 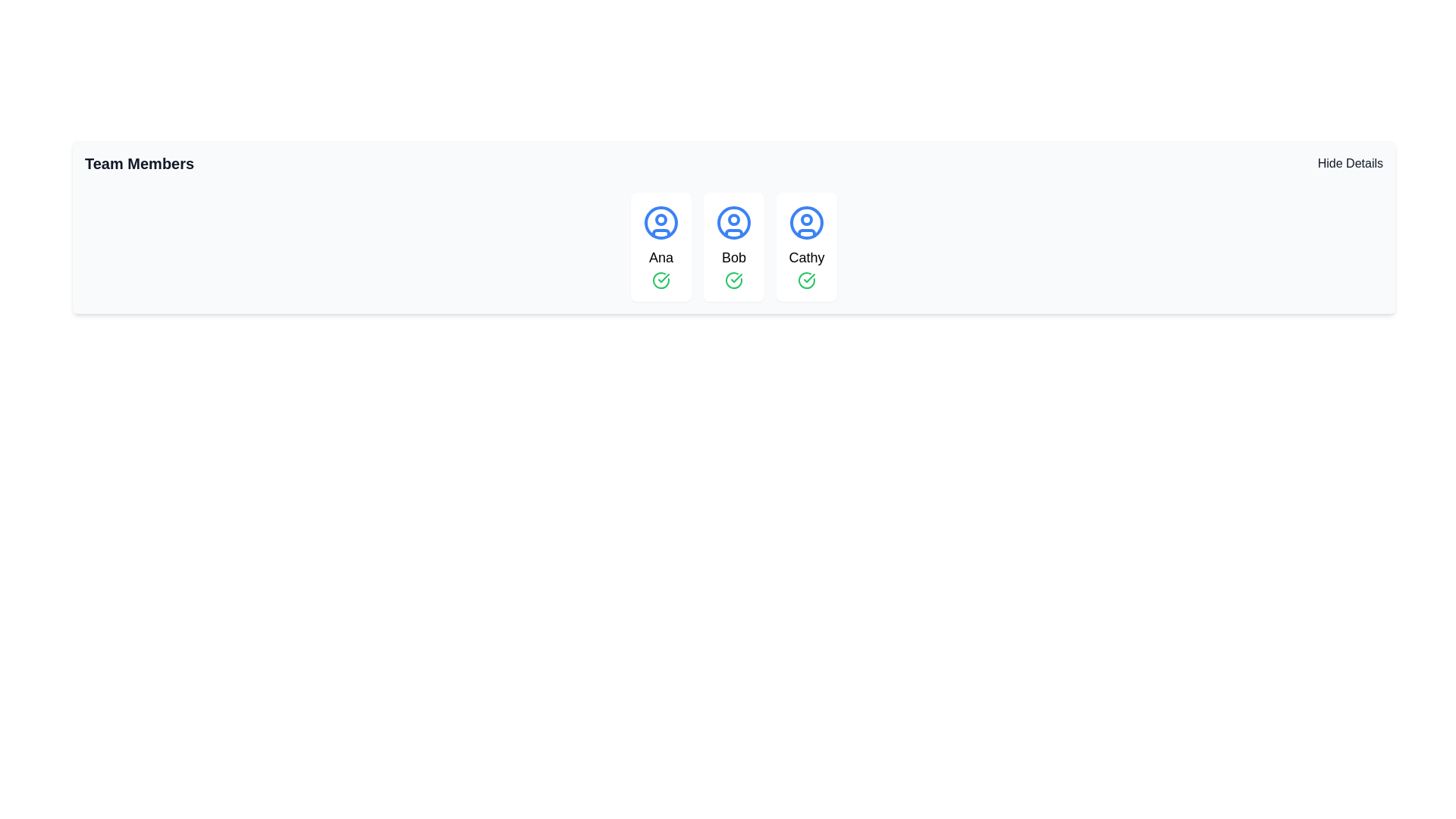 What do you see at coordinates (734, 281) in the screenshot?
I see `the green circular icon with a white checkmark inside, located within the 'Bob' user card, which is the second checkmark icon among three user cards` at bounding box center [734, 281].